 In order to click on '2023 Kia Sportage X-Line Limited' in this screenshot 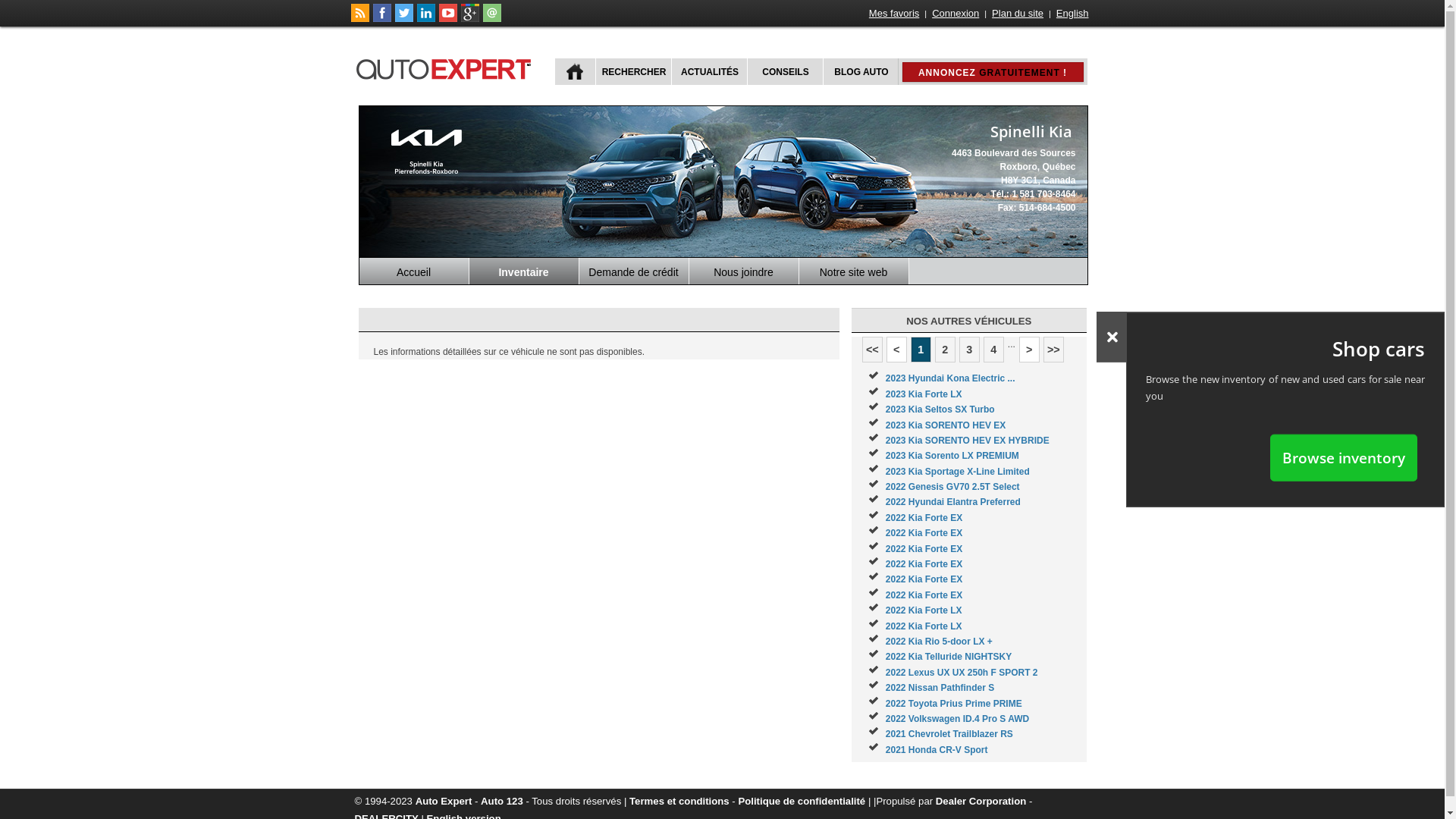, I will do `click(956, 470)`.